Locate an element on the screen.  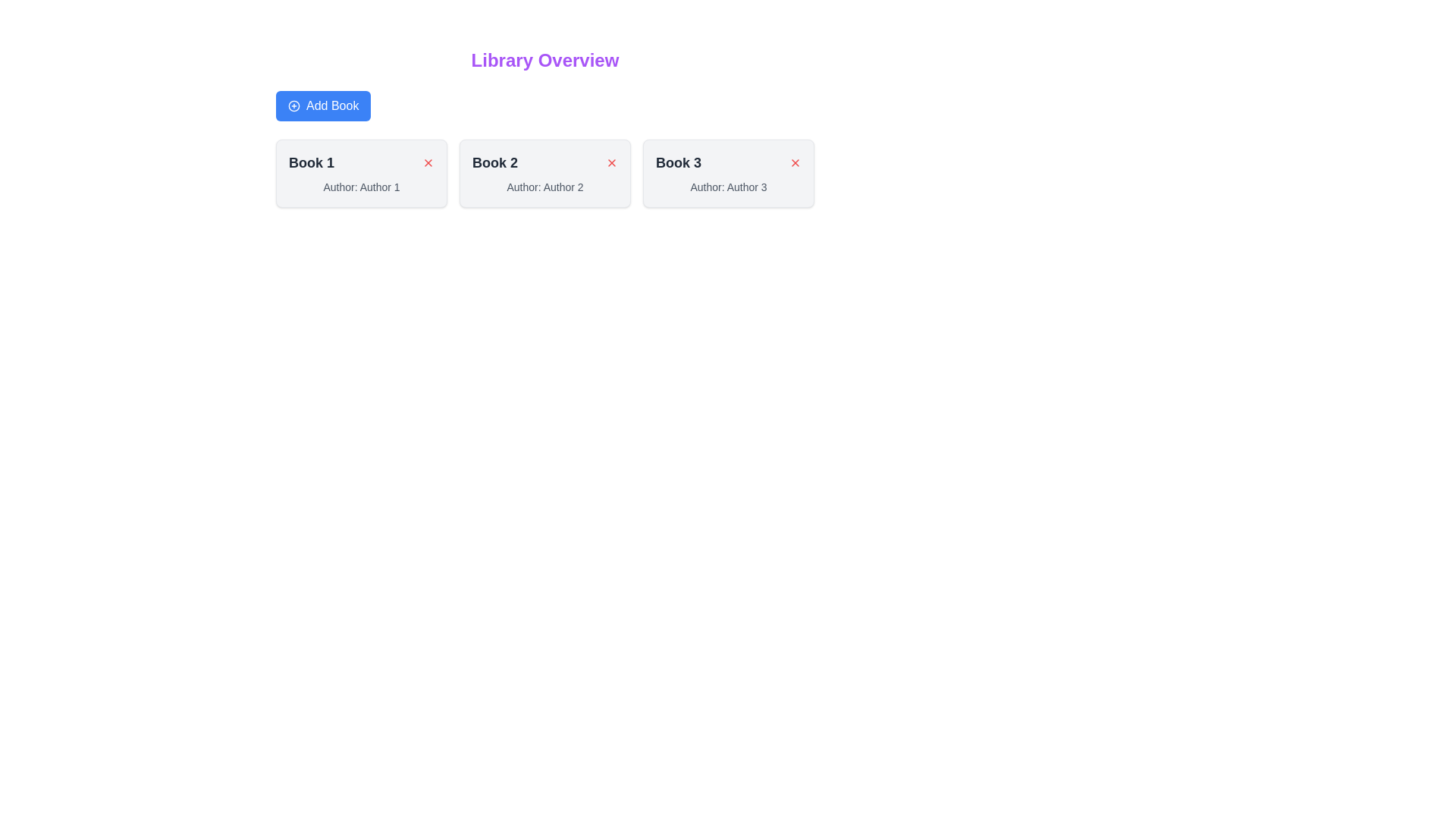
the text label that identifies the book in the second card of the 'Library Overview' section is located at coordinates (494, 163).